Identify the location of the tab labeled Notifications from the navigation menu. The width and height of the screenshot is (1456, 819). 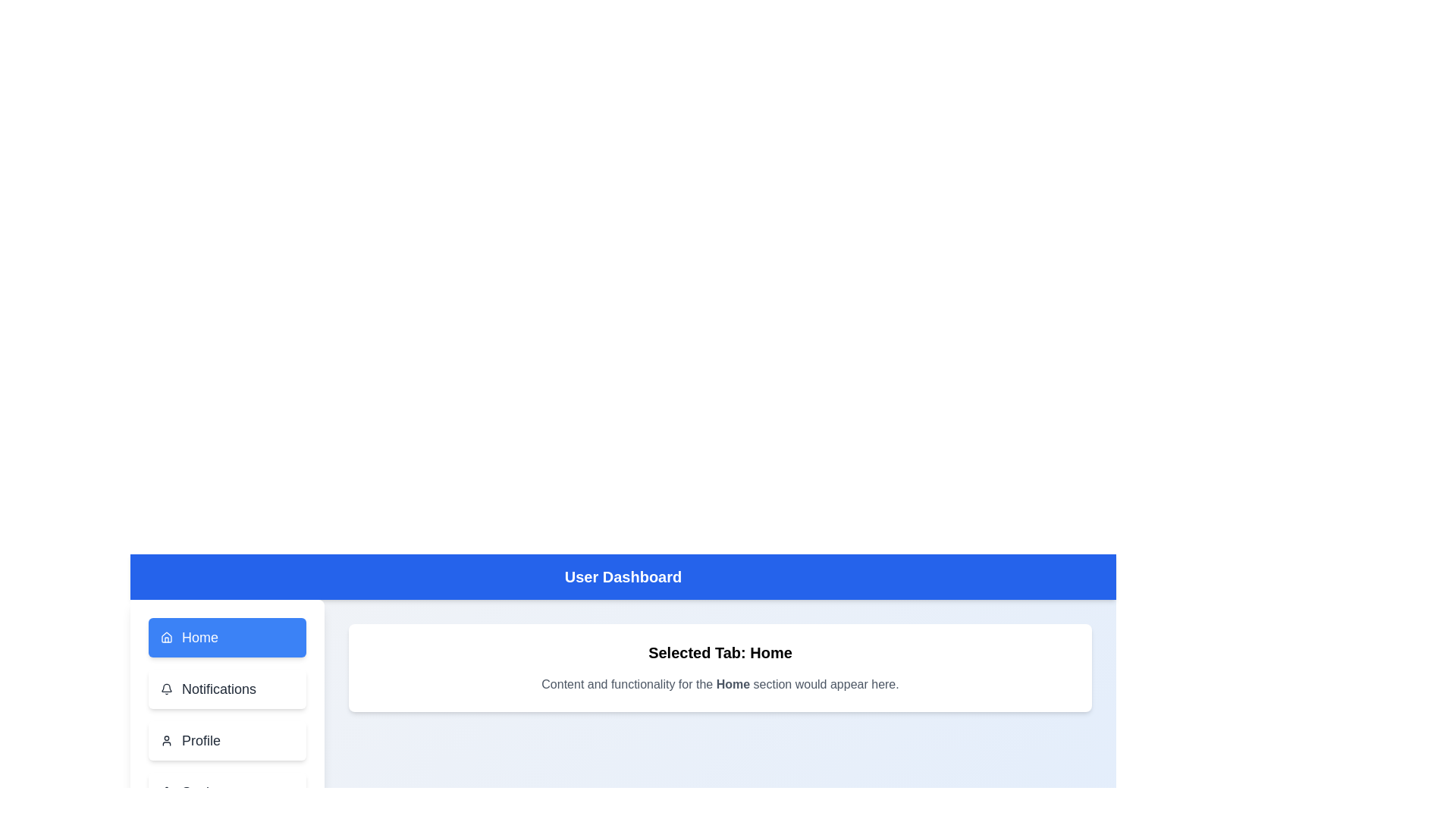
(226, 689).